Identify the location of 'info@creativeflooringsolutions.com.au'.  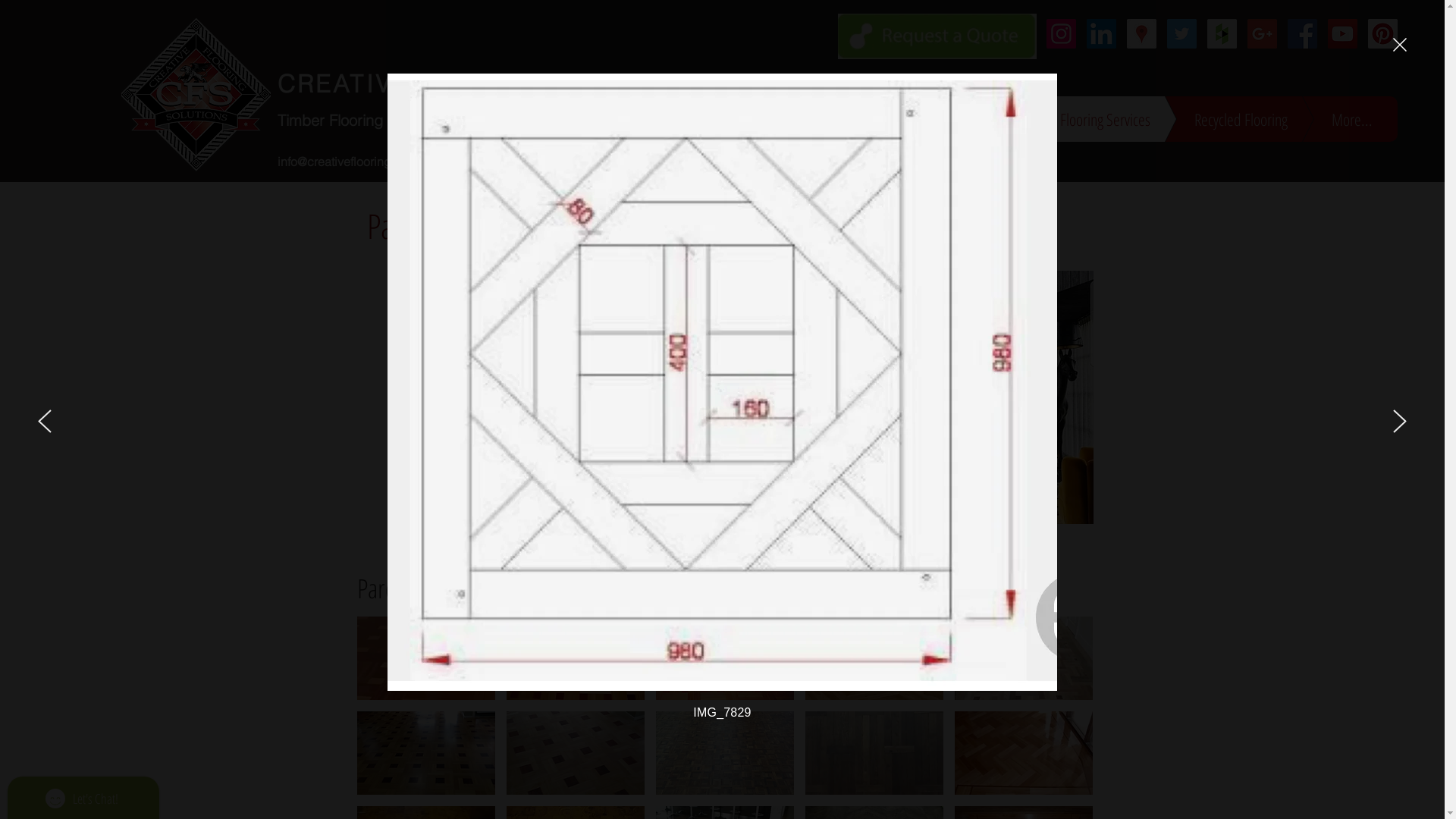
(380, 161).